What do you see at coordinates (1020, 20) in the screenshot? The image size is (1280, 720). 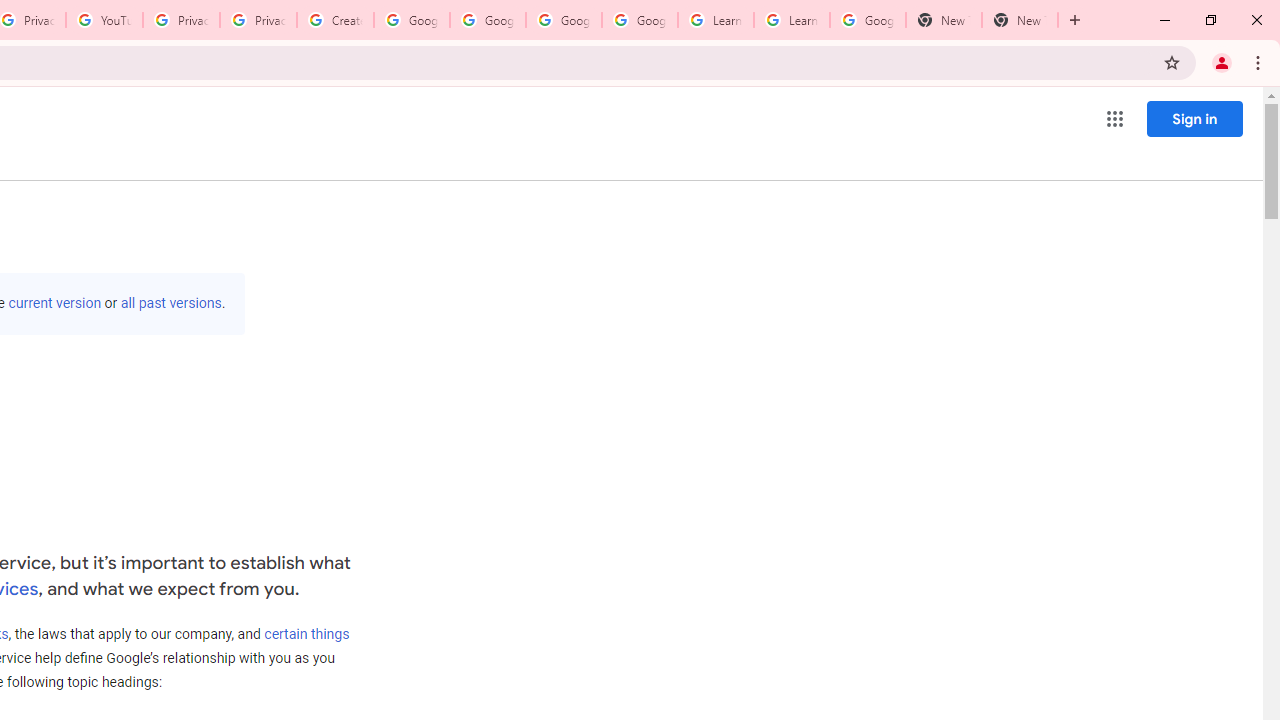 I see `'New Tab'` at bounding box center [1020, 20].